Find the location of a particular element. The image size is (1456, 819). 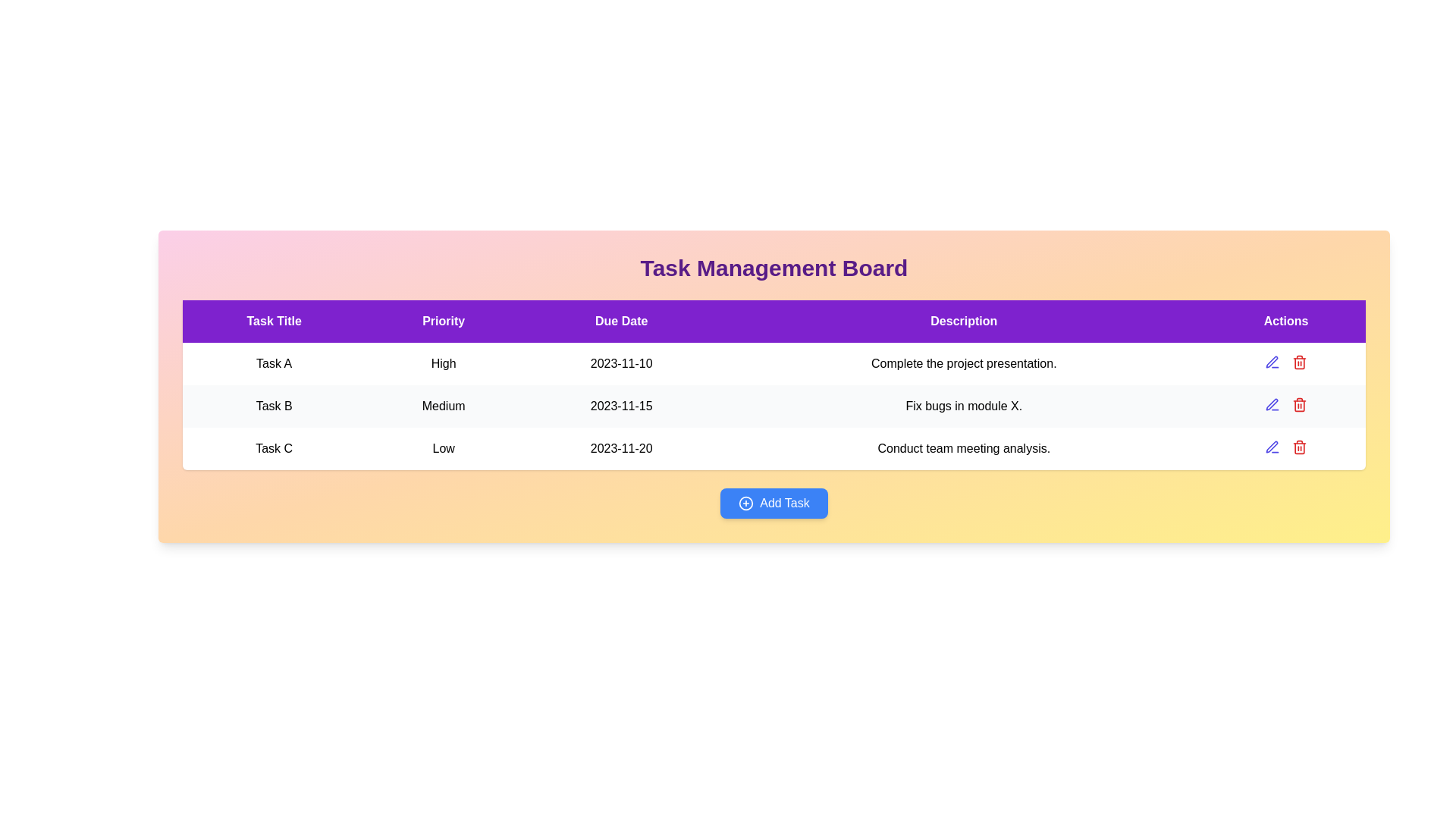

the pencil icon button located in the last row under the 'Actions' column for 'Task C' to initiate an edit action is located at coordinates (1272, 446).